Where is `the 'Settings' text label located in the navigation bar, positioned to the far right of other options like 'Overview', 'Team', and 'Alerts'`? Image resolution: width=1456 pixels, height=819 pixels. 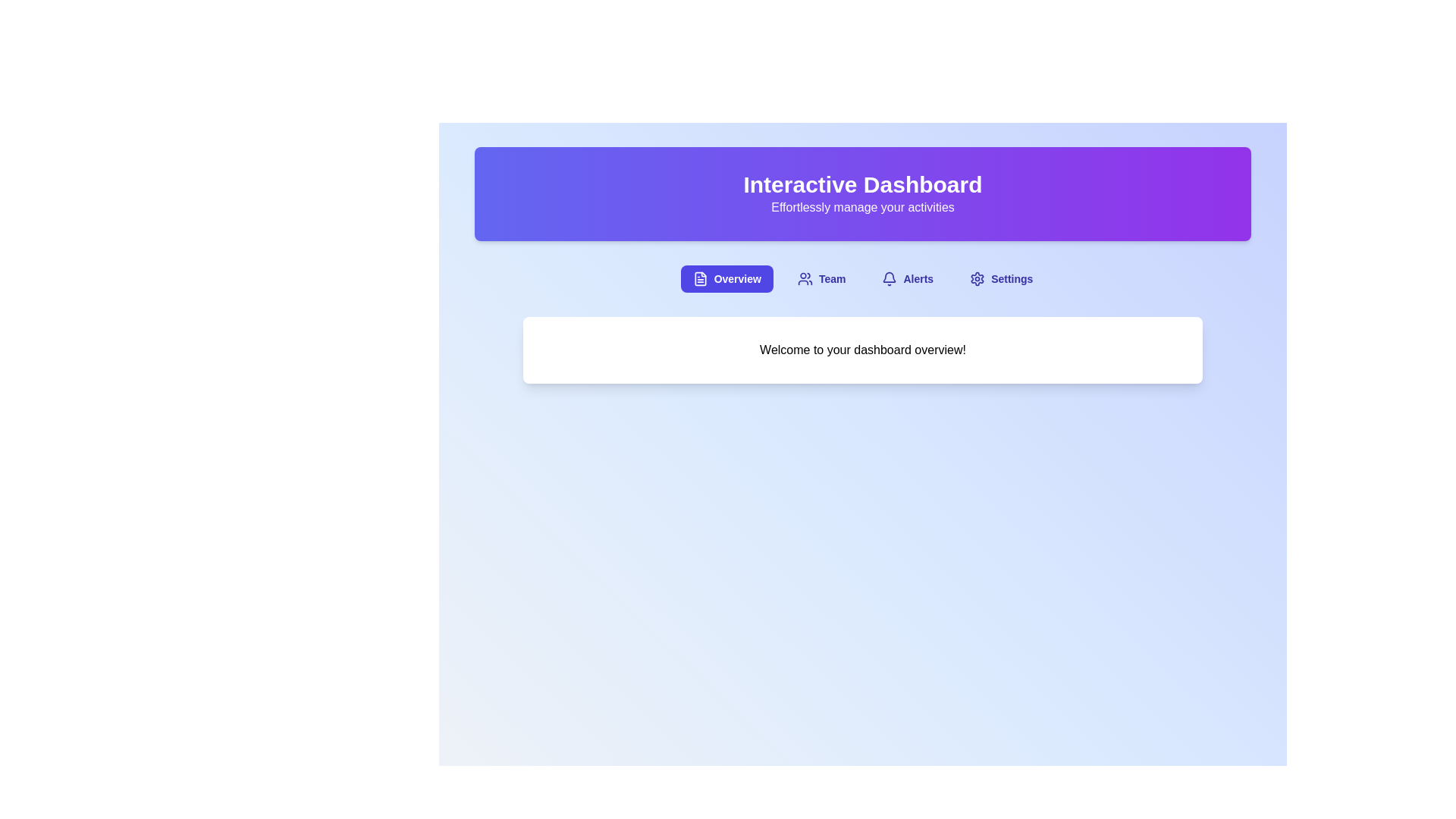 the 'Settings' text label located in the navigation bar, positioned to the far right of other options like 'Overview', 'Team', and 'Alerts' is located at coordinates (1012, 278).